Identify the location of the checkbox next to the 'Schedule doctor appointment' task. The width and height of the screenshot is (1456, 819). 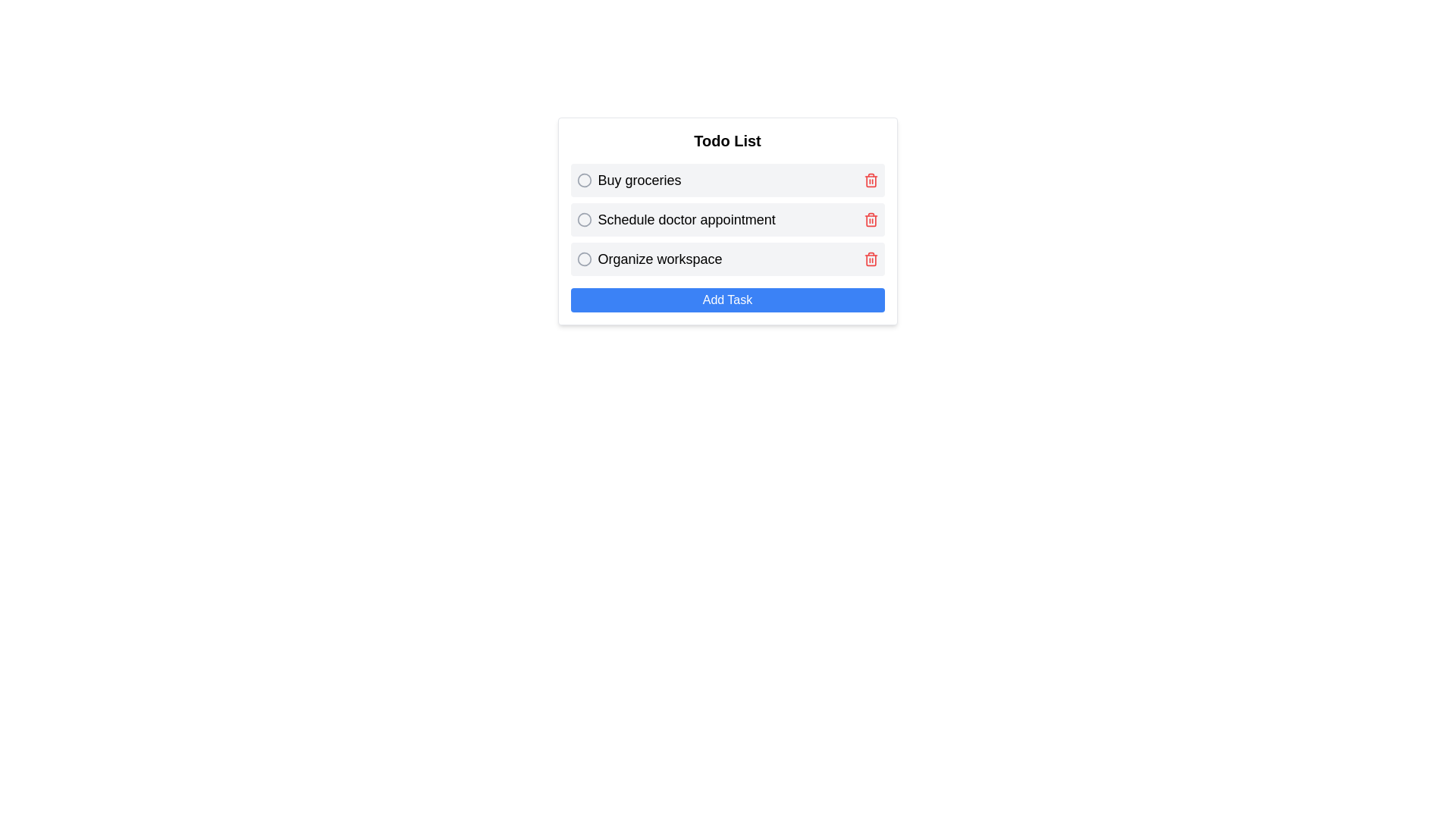
(675, 219).